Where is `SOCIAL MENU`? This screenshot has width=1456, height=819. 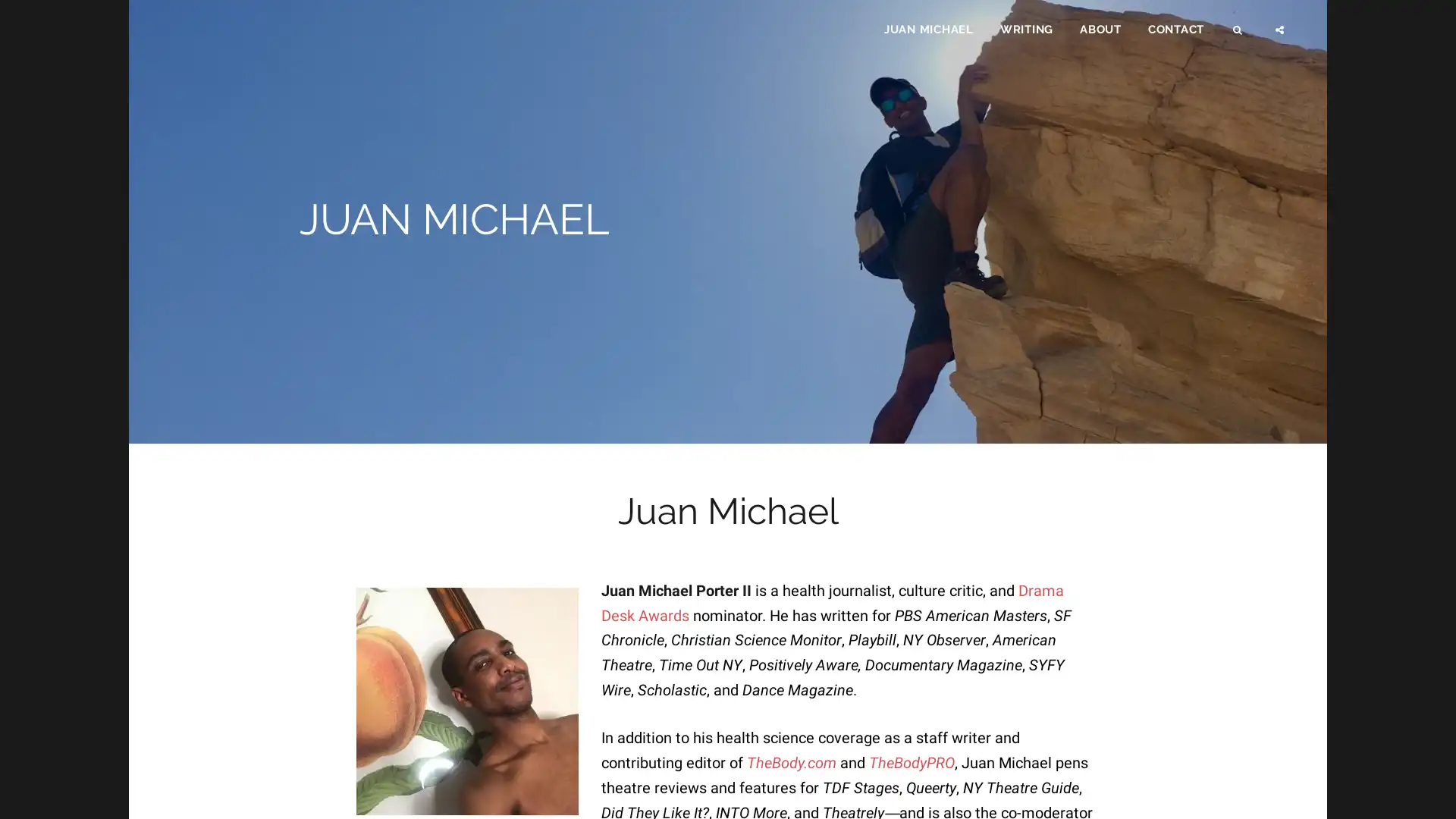
SOCIAL MENU is located at coordinates (1280, 35).